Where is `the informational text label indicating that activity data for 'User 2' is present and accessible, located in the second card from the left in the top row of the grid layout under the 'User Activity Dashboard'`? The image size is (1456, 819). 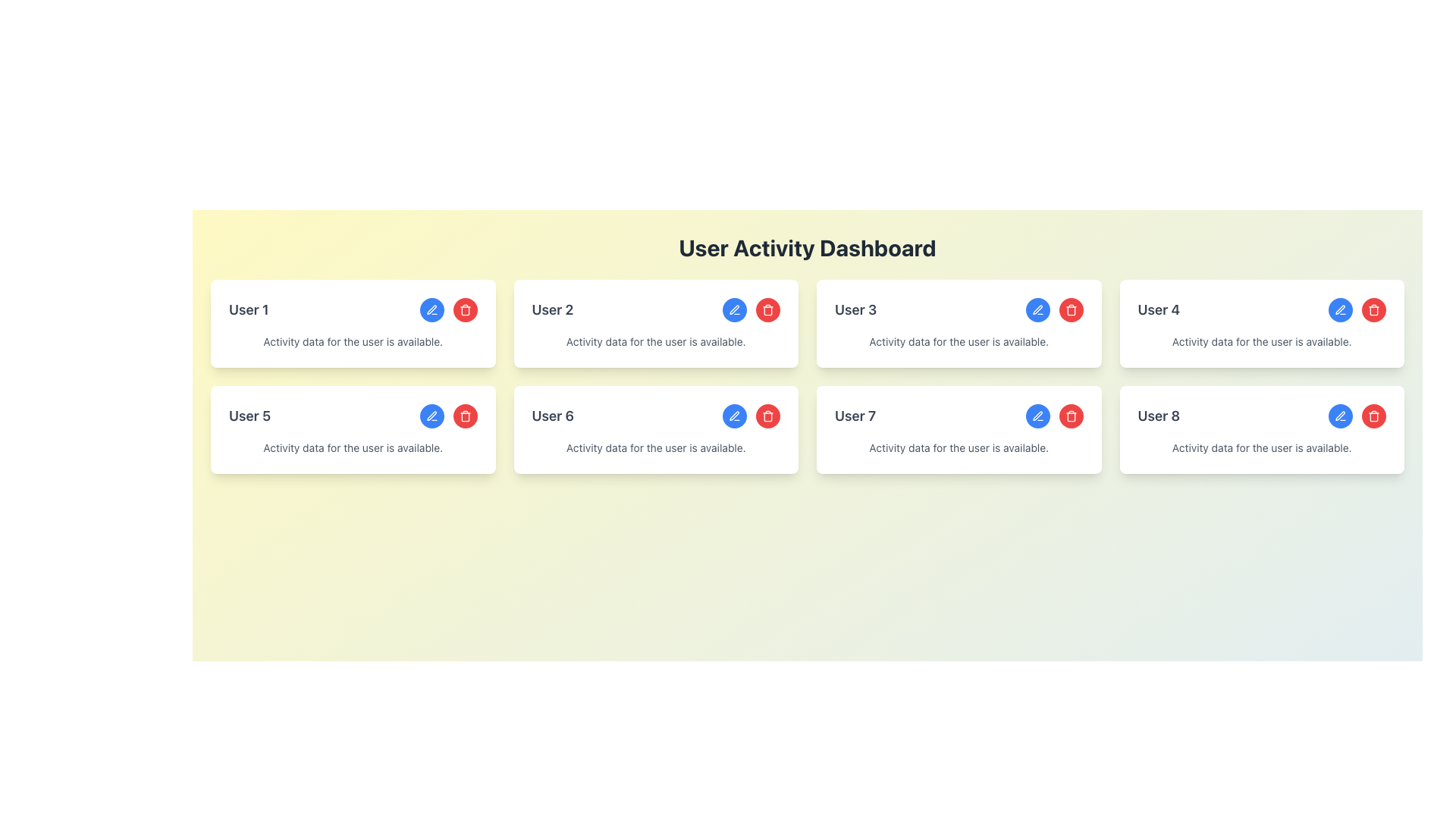 the informational text label indicating that activity data for 'User 2' is present and accessible, located in the second card from the left in the top row of the grid layout under the 'User Activity Dashboard' is located at coordinates (656, 342).